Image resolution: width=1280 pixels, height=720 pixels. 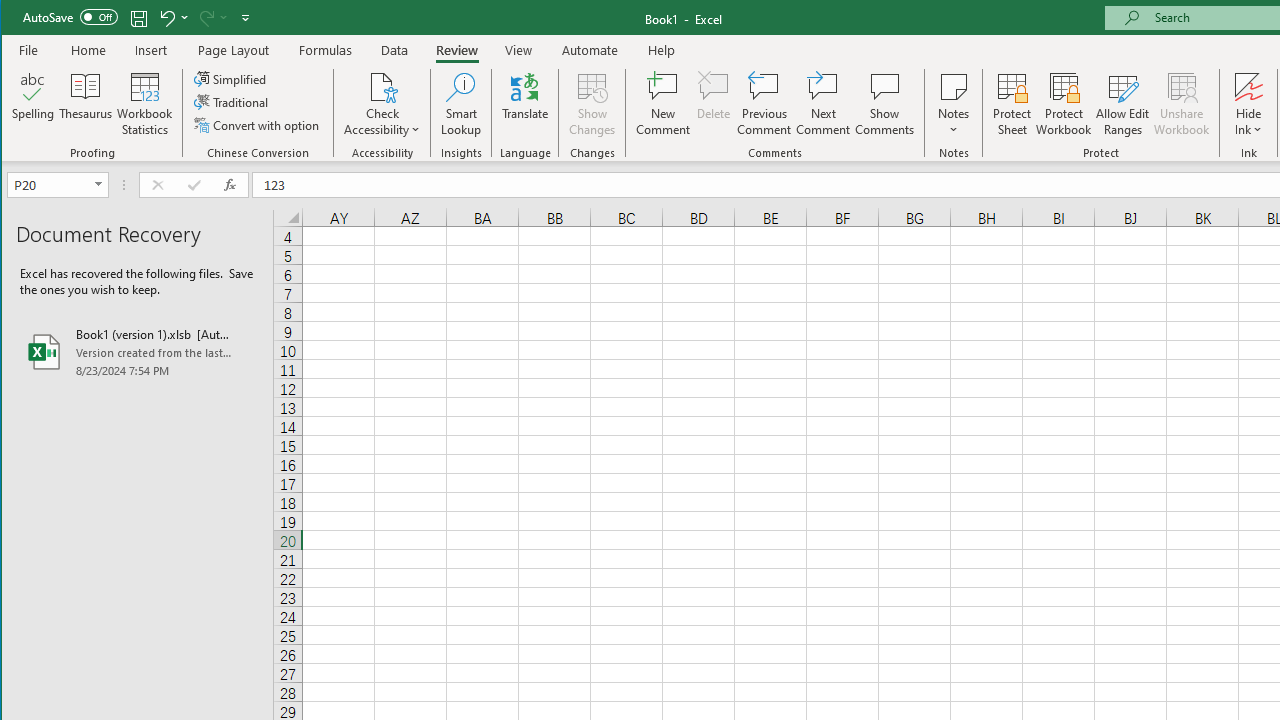 I want to click on 'Allow Edit Ranges', so click(x=1123, y=104).